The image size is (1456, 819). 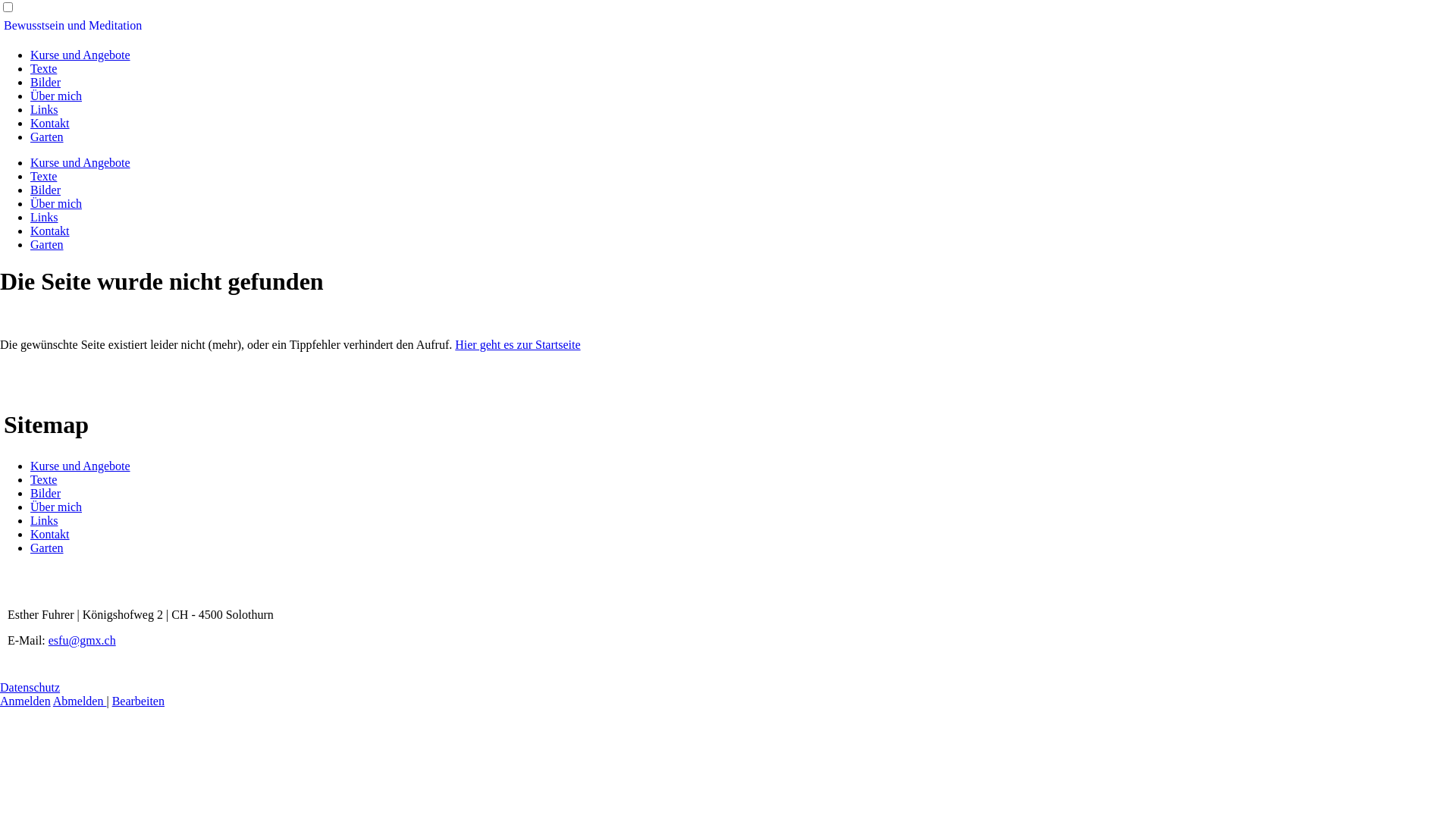 I want to click on 'Hier geht es zur Startseite', so click(x=517, y=344).